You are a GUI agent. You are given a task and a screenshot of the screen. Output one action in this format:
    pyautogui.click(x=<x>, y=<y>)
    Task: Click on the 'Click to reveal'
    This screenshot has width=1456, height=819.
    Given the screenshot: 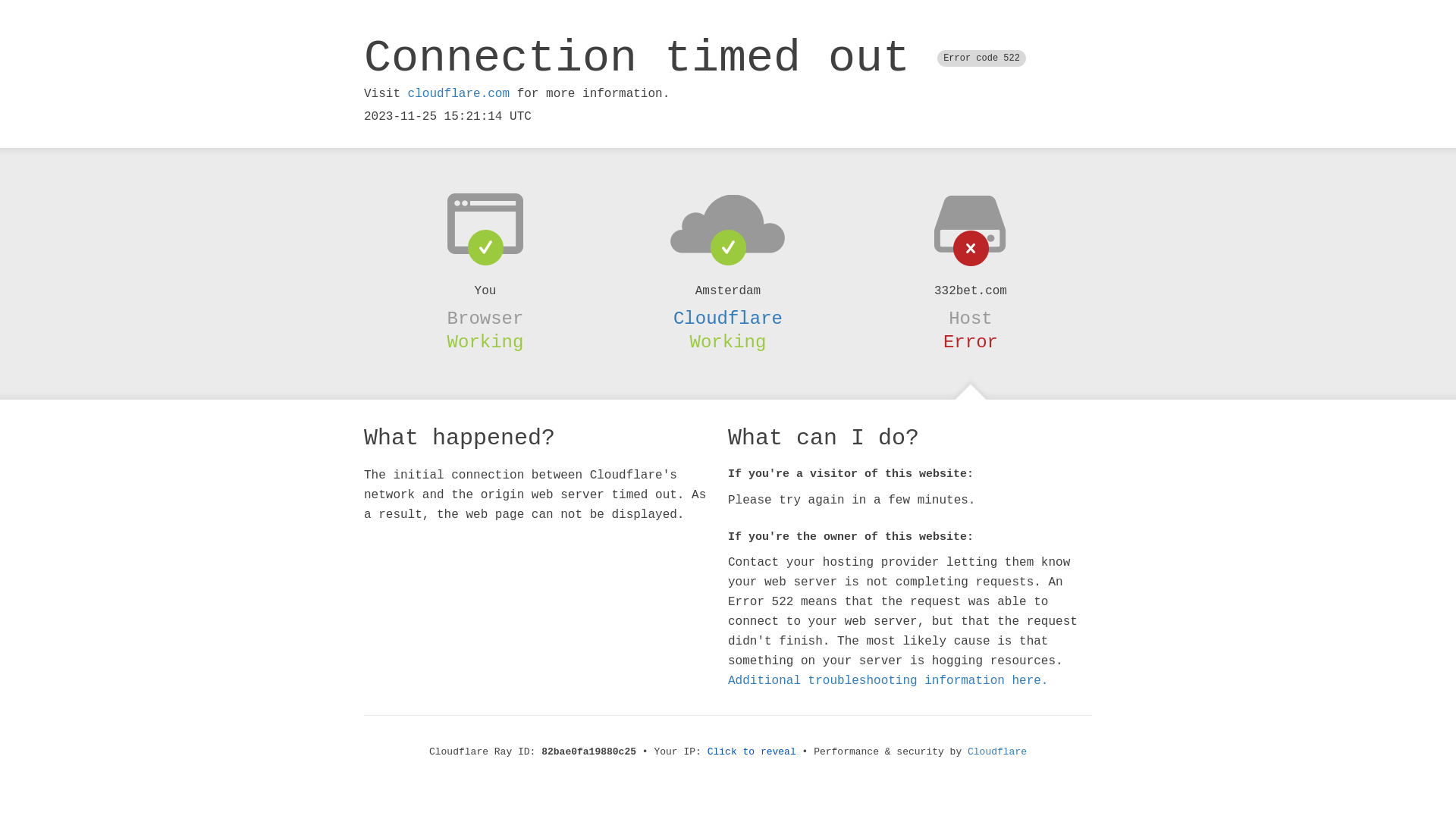 What is the action you would take?
    pyautogui.click(x=752, y=752)
    